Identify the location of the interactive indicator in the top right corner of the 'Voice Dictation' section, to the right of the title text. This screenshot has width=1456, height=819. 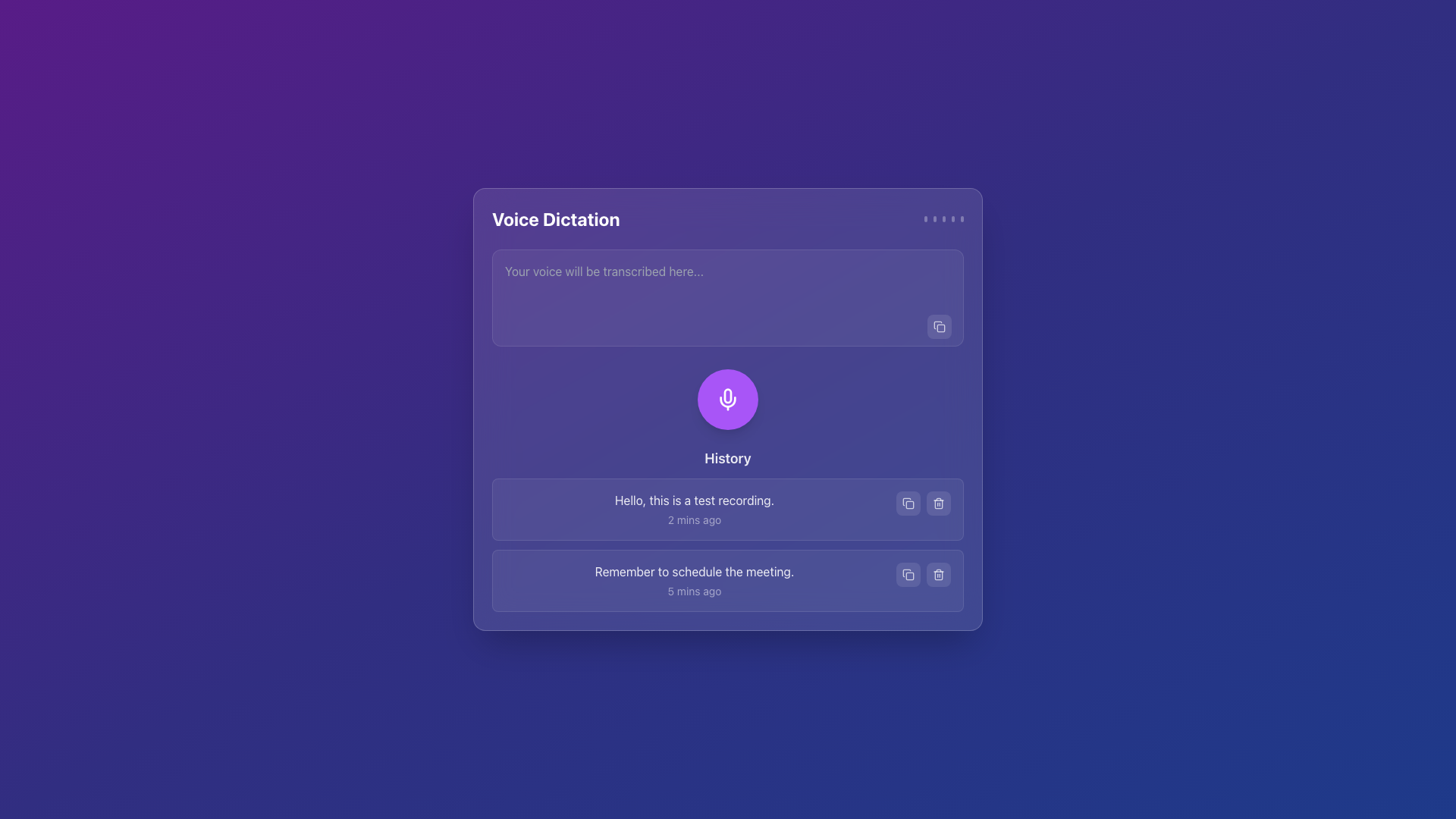
(943, 219).